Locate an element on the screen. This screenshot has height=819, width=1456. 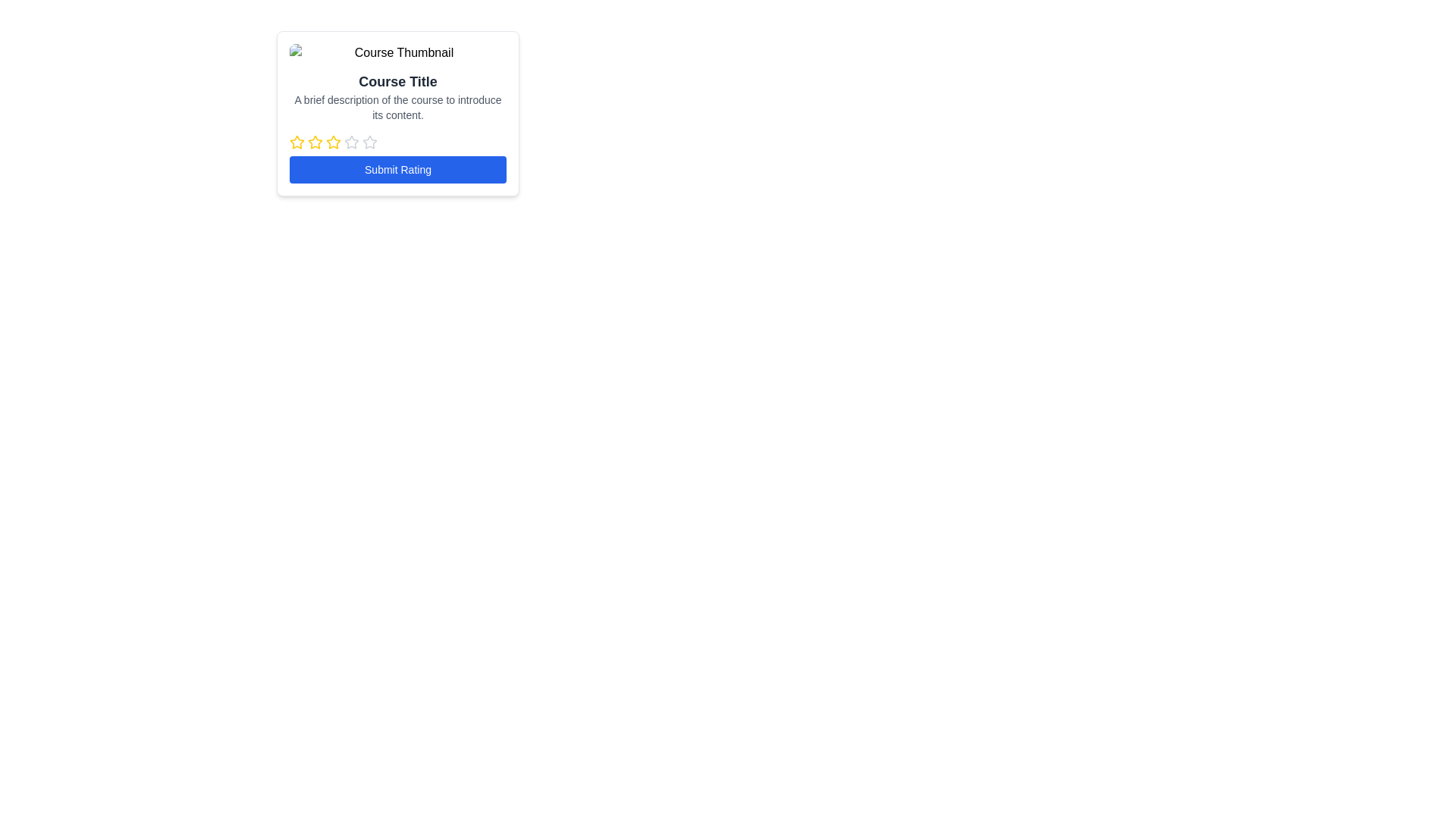
the third star icon in the rating selector for keyboard interaction is located at coordinates (351, 142).